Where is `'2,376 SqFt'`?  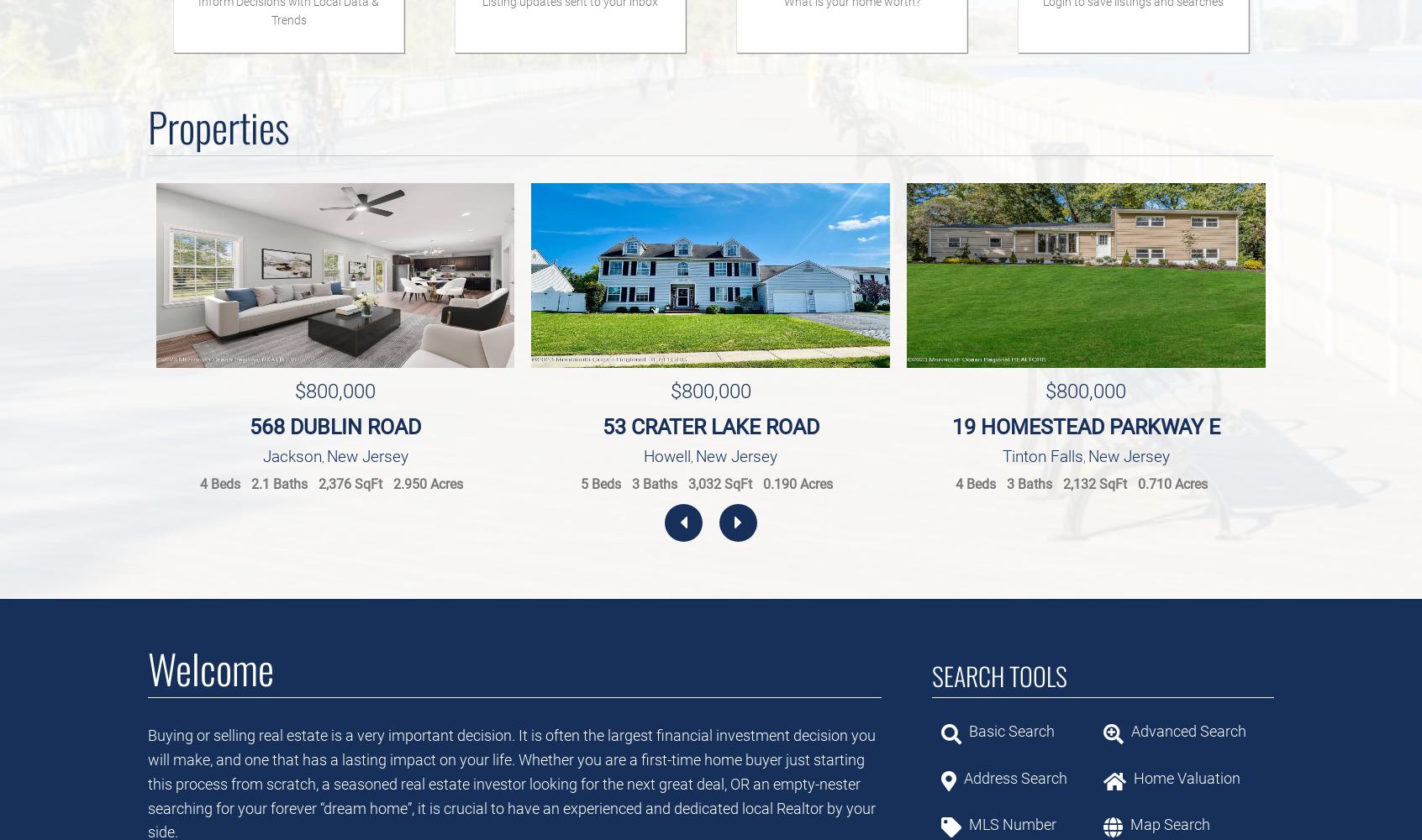
'2,376 SqFt' is located at coordinates (350, 483).